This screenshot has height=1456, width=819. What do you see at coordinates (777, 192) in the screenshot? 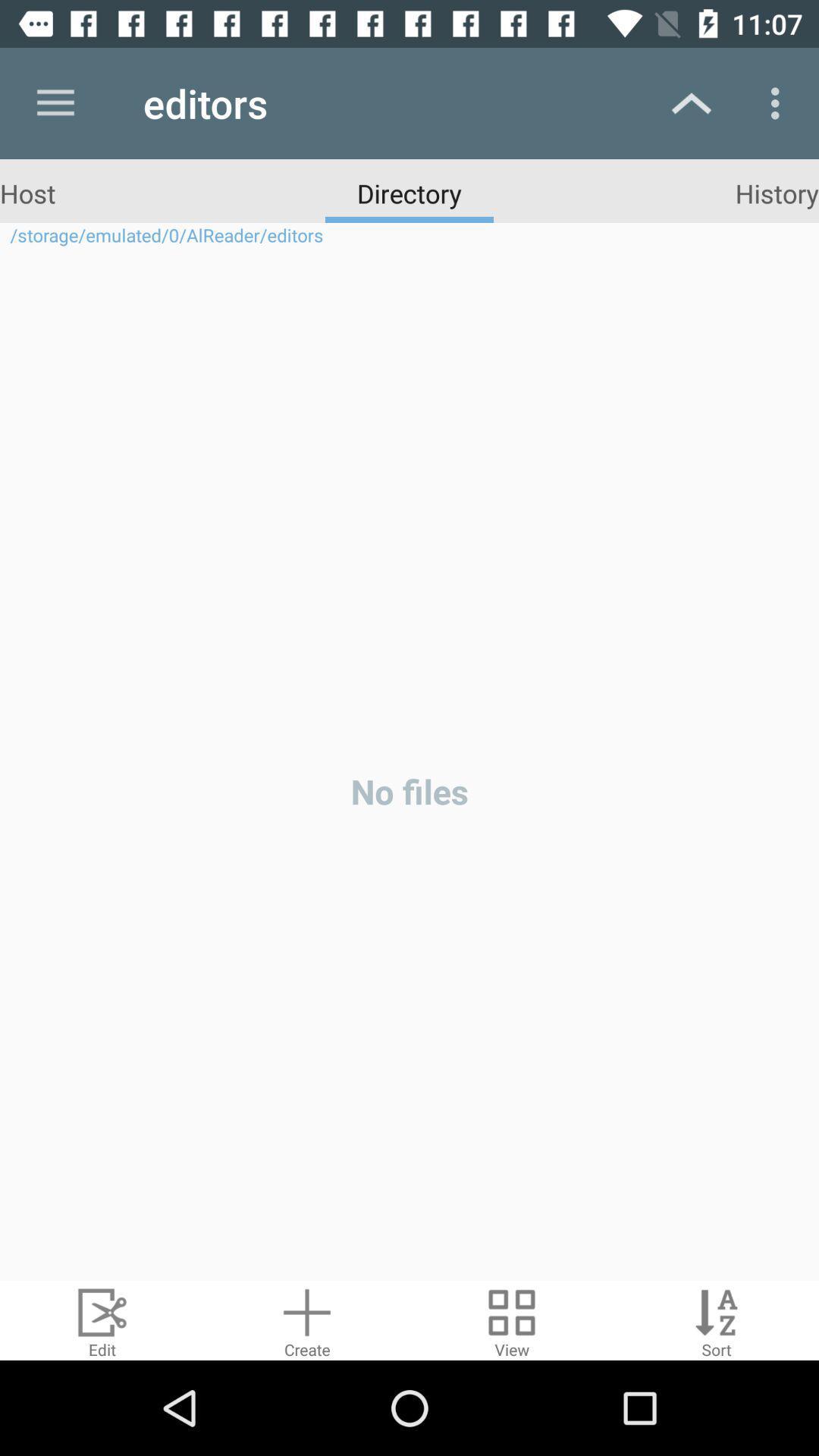
I see `the item above the storage emulated 0 icon` at bounding box center [777, 192].